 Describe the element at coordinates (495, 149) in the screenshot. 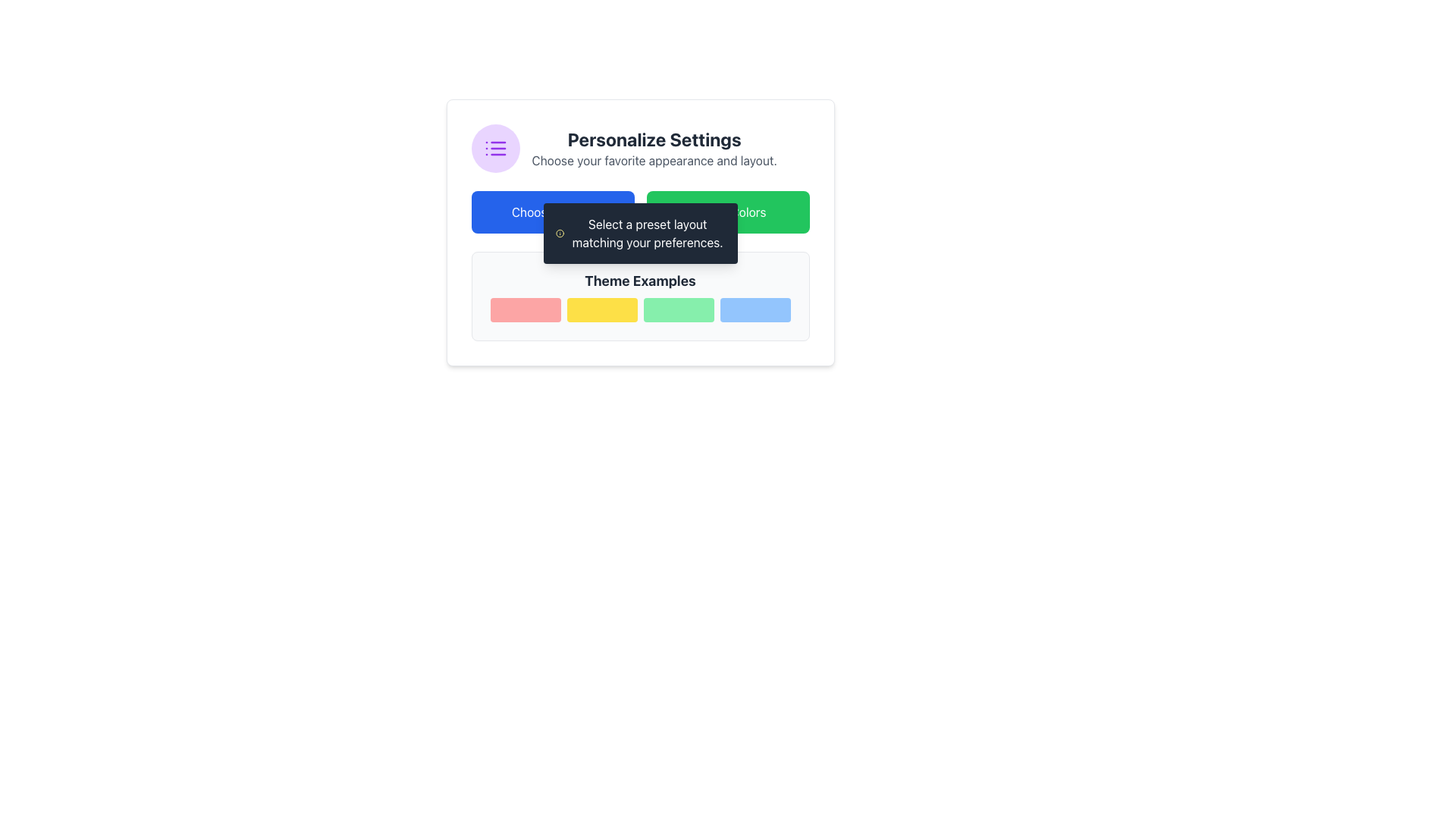

I see `the layout management icon located within the 'Personalize Settings' card, positioned to the left of the heading text` at that location.